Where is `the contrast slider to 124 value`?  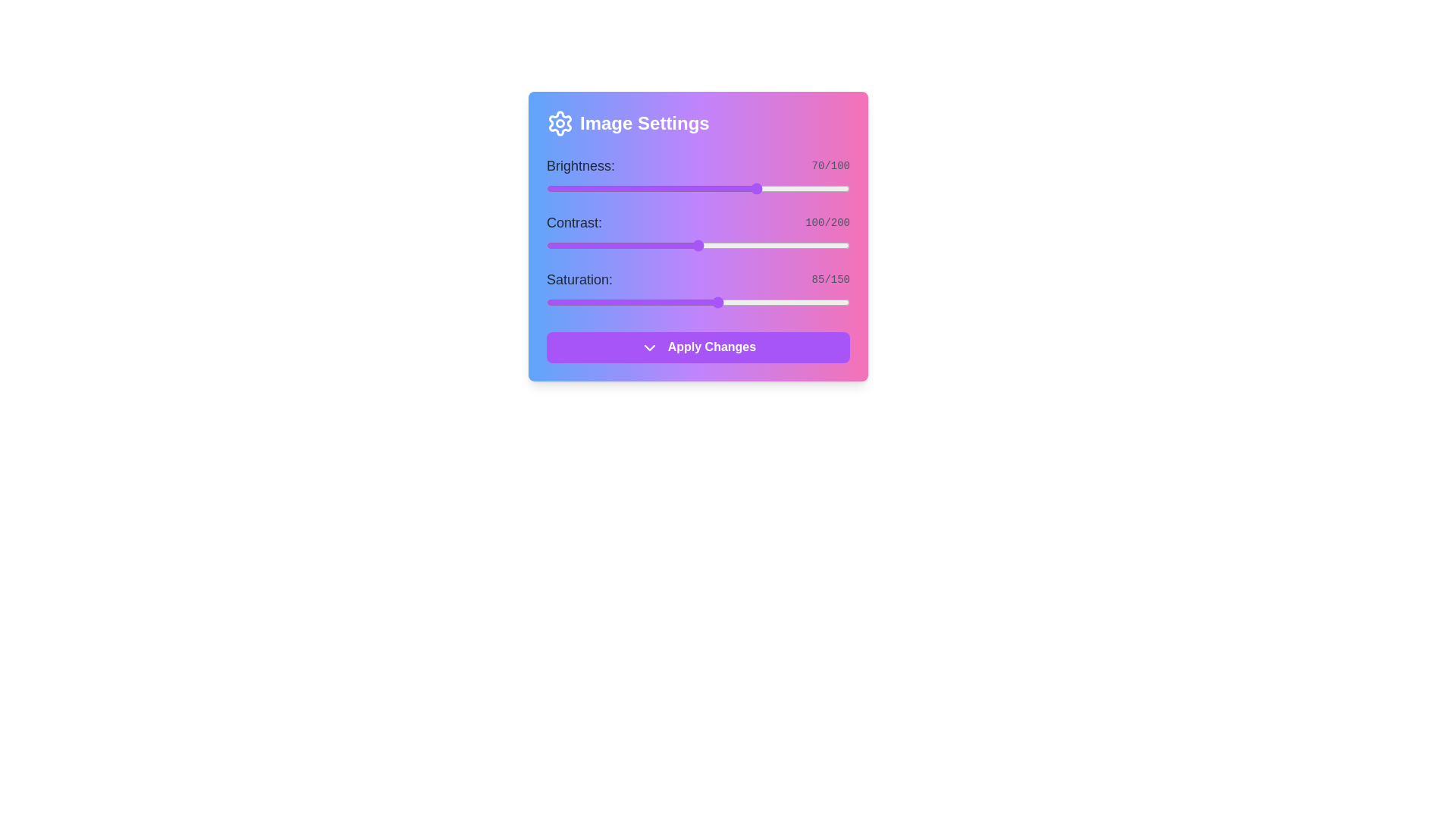
the contrast slider to 124 value is located at coordinates (735, 245).